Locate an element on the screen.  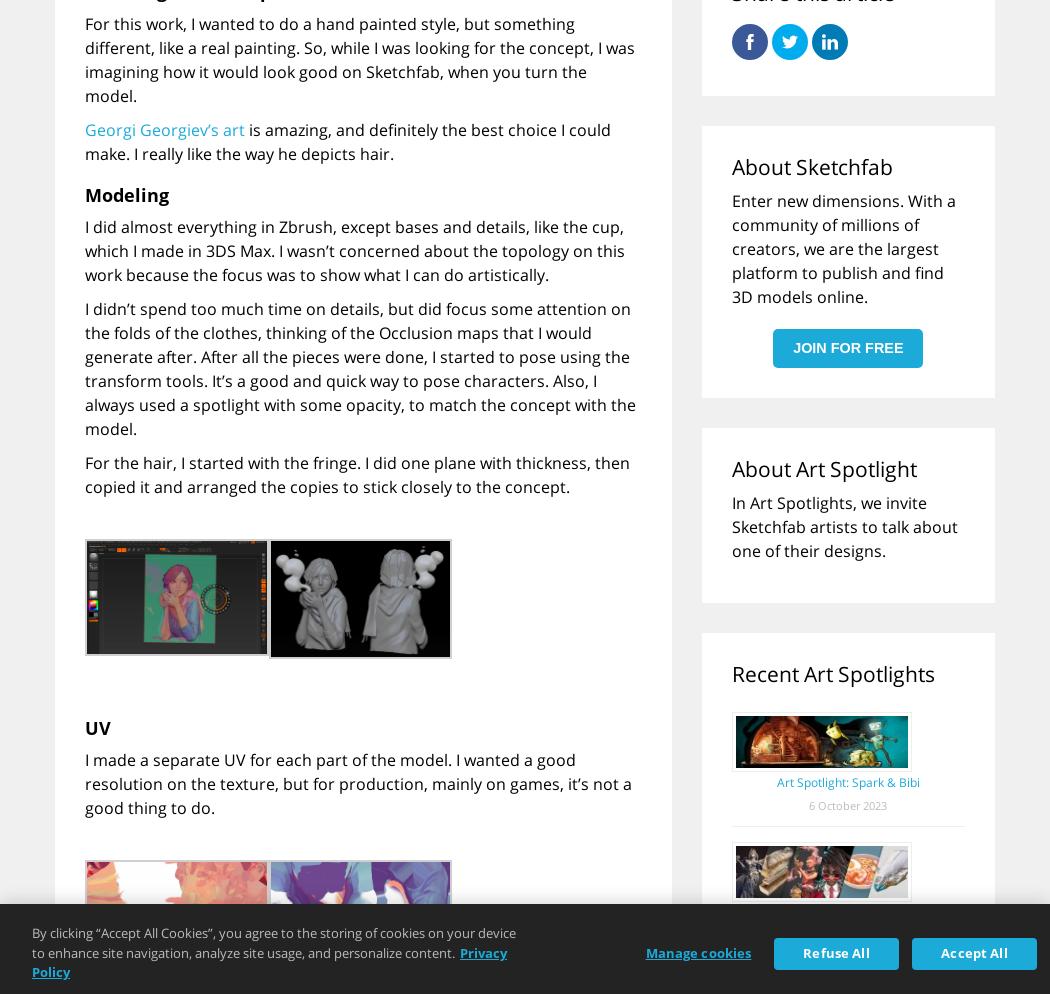
'15 December 2022' is located at coordinates (847, 953).